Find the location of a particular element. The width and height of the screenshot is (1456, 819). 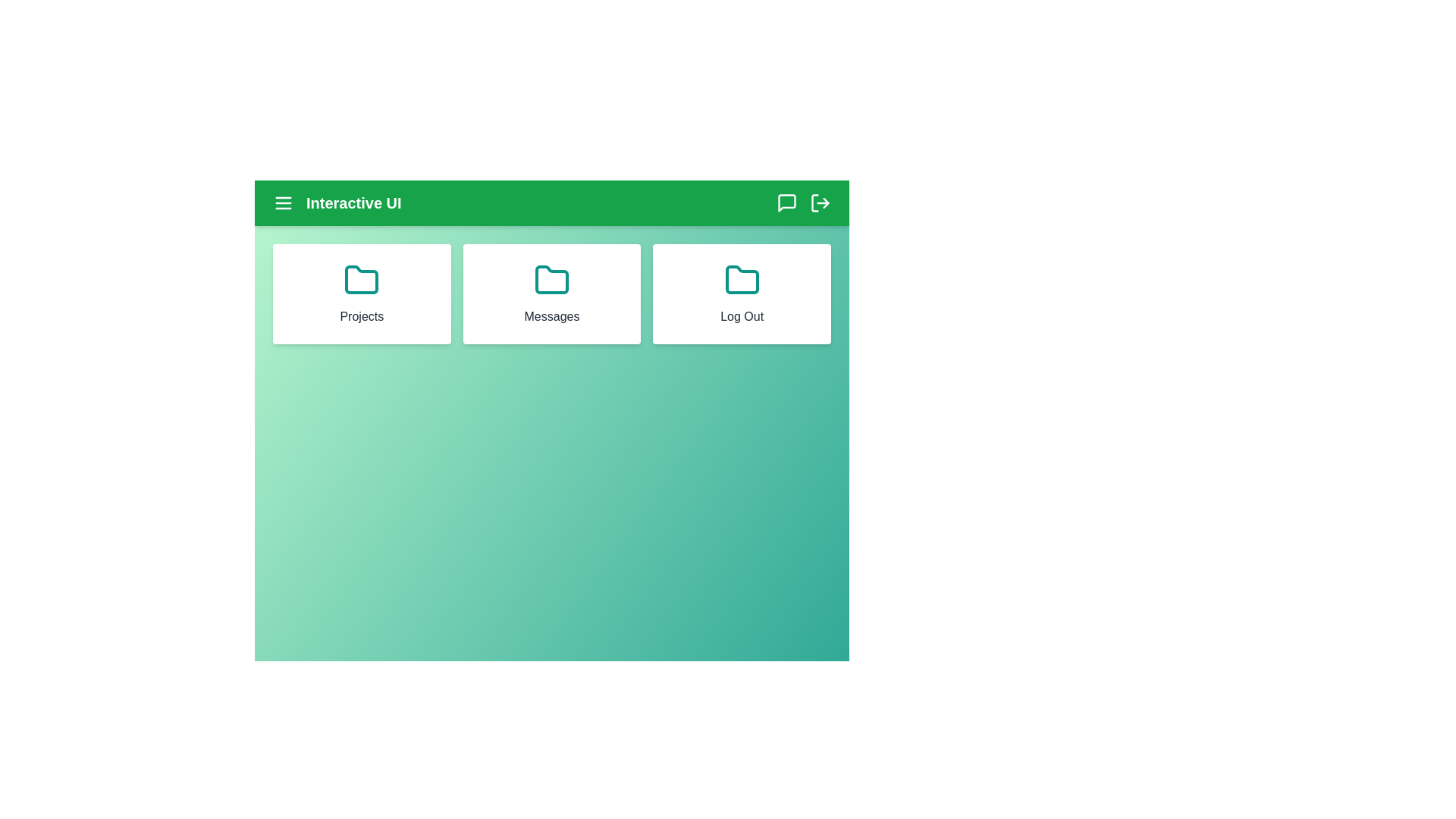

the element corresponding to Projects is located at coordinates (360, 294).